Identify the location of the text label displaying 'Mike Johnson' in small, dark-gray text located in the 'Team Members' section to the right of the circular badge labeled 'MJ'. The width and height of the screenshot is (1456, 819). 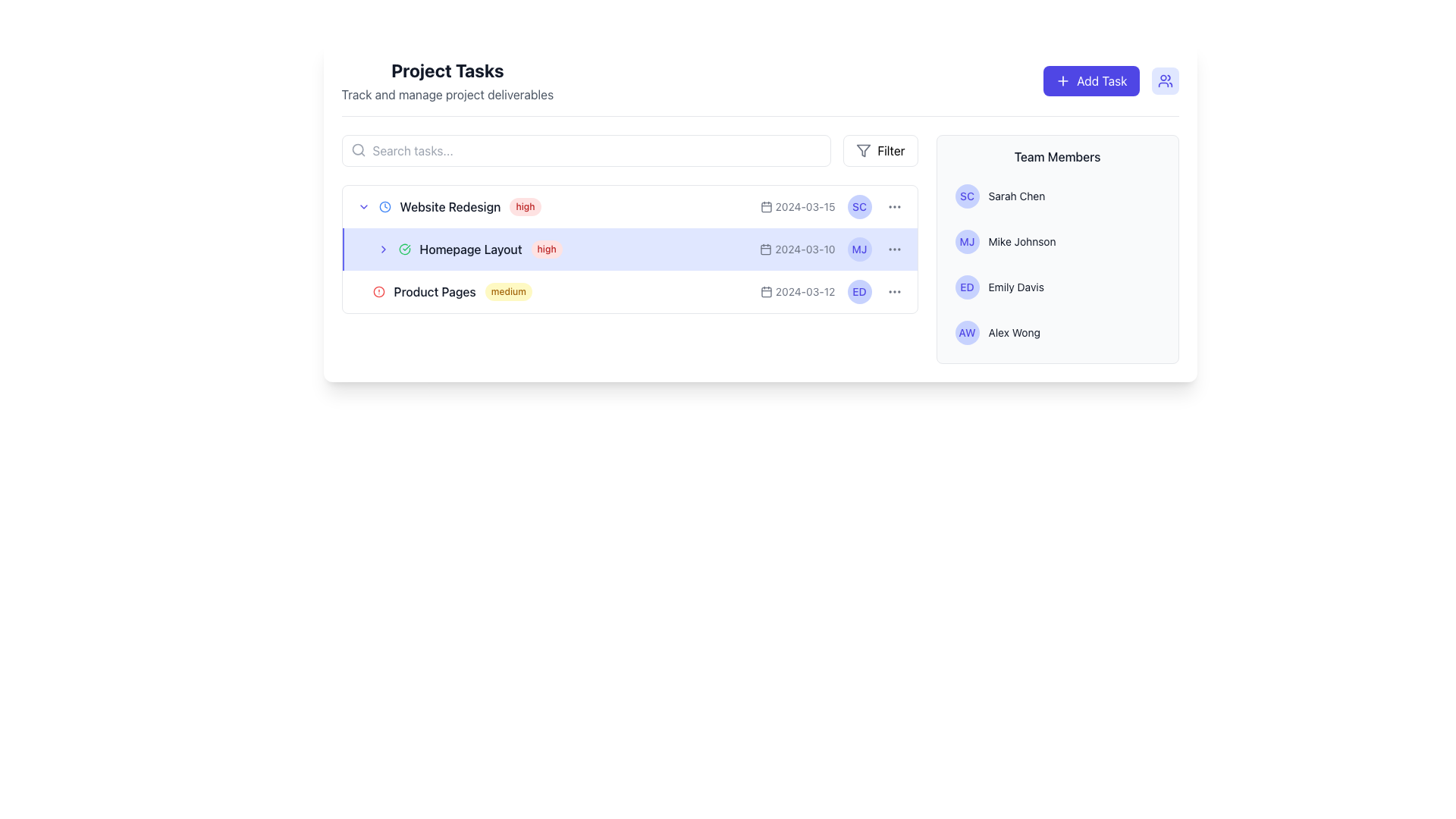
(1022, 241).